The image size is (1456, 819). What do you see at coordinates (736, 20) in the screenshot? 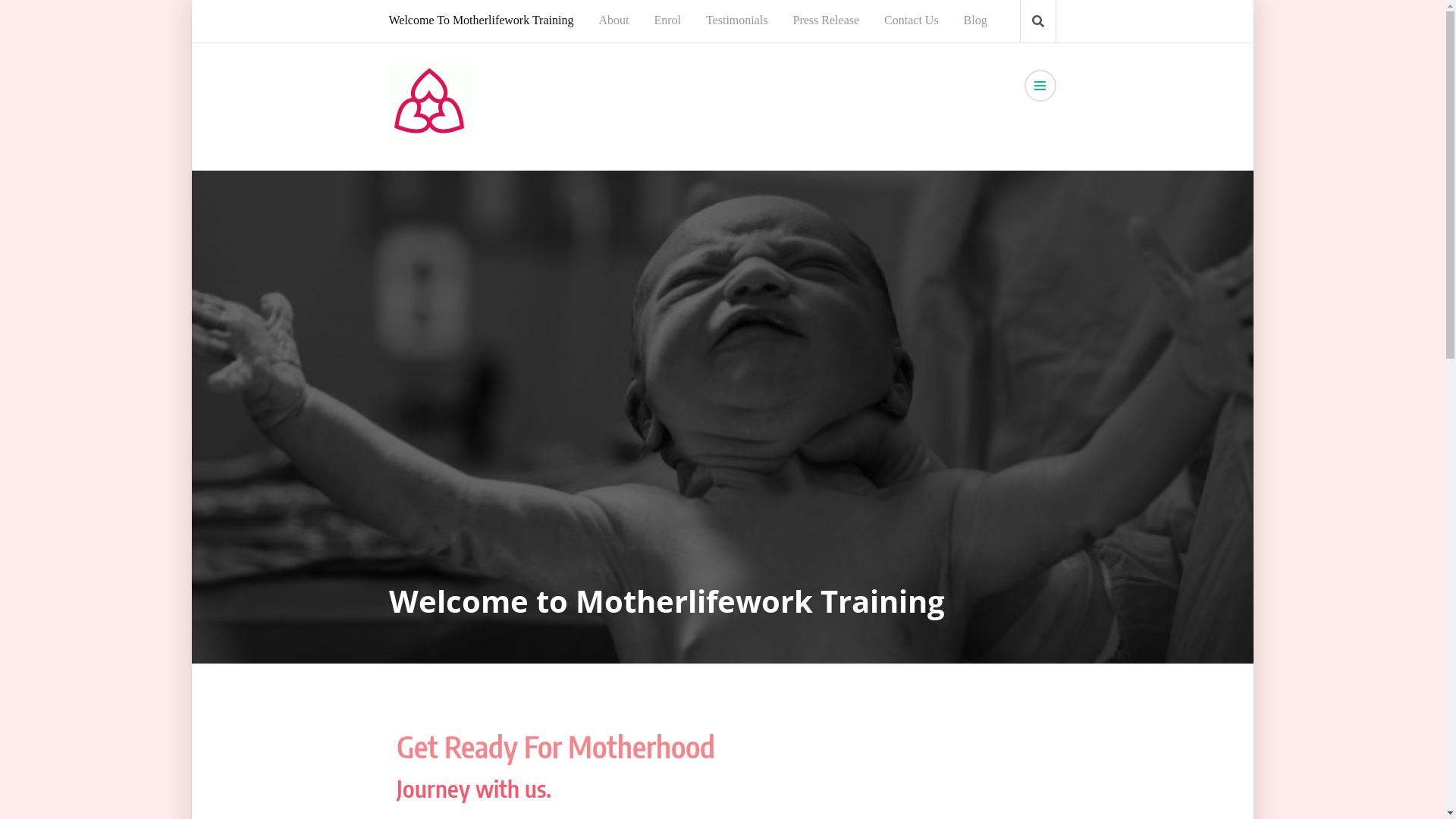
I see `'Testimonials'` at bounding box center [736, 20].